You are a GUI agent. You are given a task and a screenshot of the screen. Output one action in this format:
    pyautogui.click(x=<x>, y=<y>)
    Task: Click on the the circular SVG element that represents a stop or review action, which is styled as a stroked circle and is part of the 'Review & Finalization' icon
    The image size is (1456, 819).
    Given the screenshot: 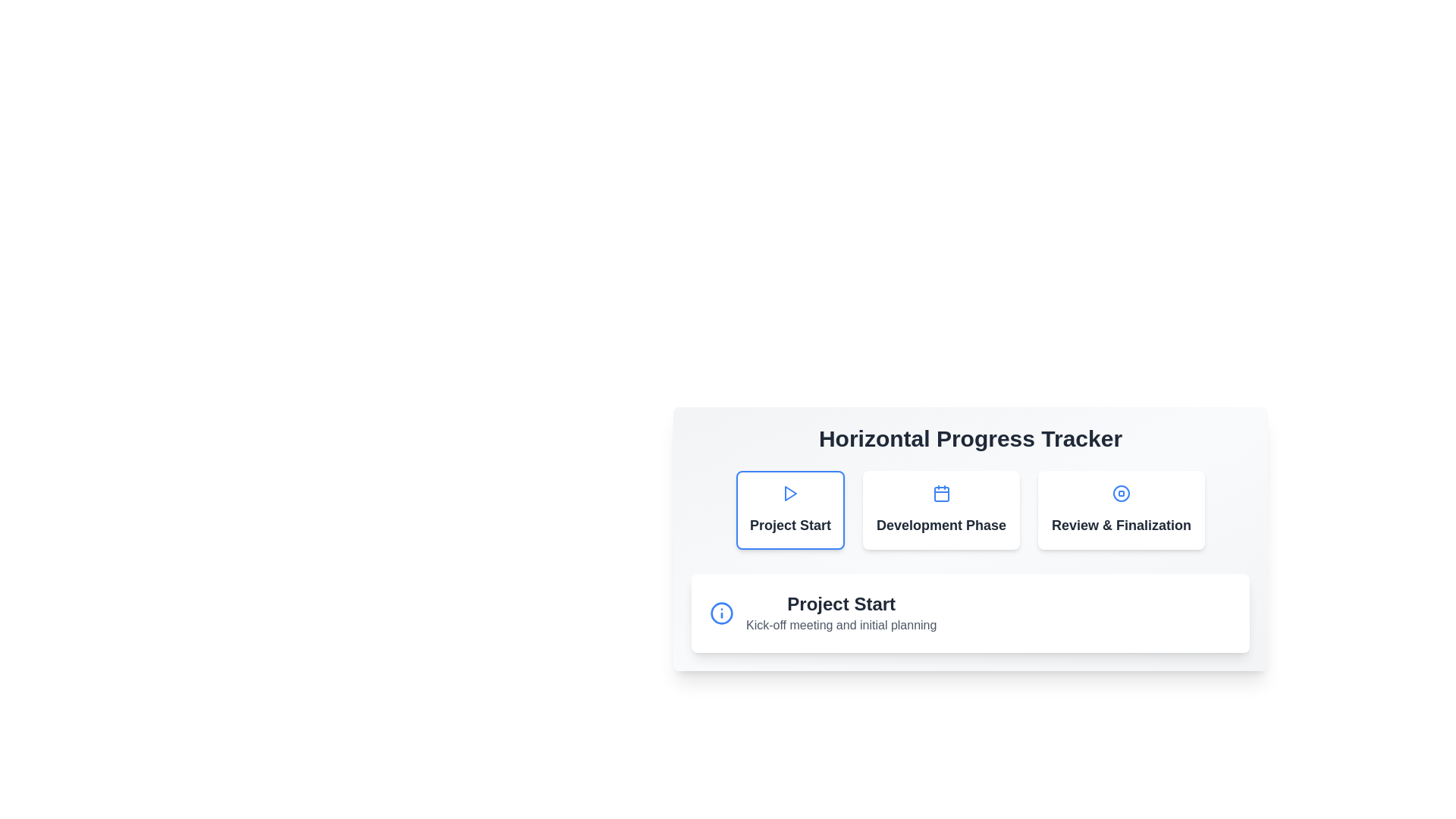 What is the action you would take?
    pyautogui.click(x=1121, y=494)
    